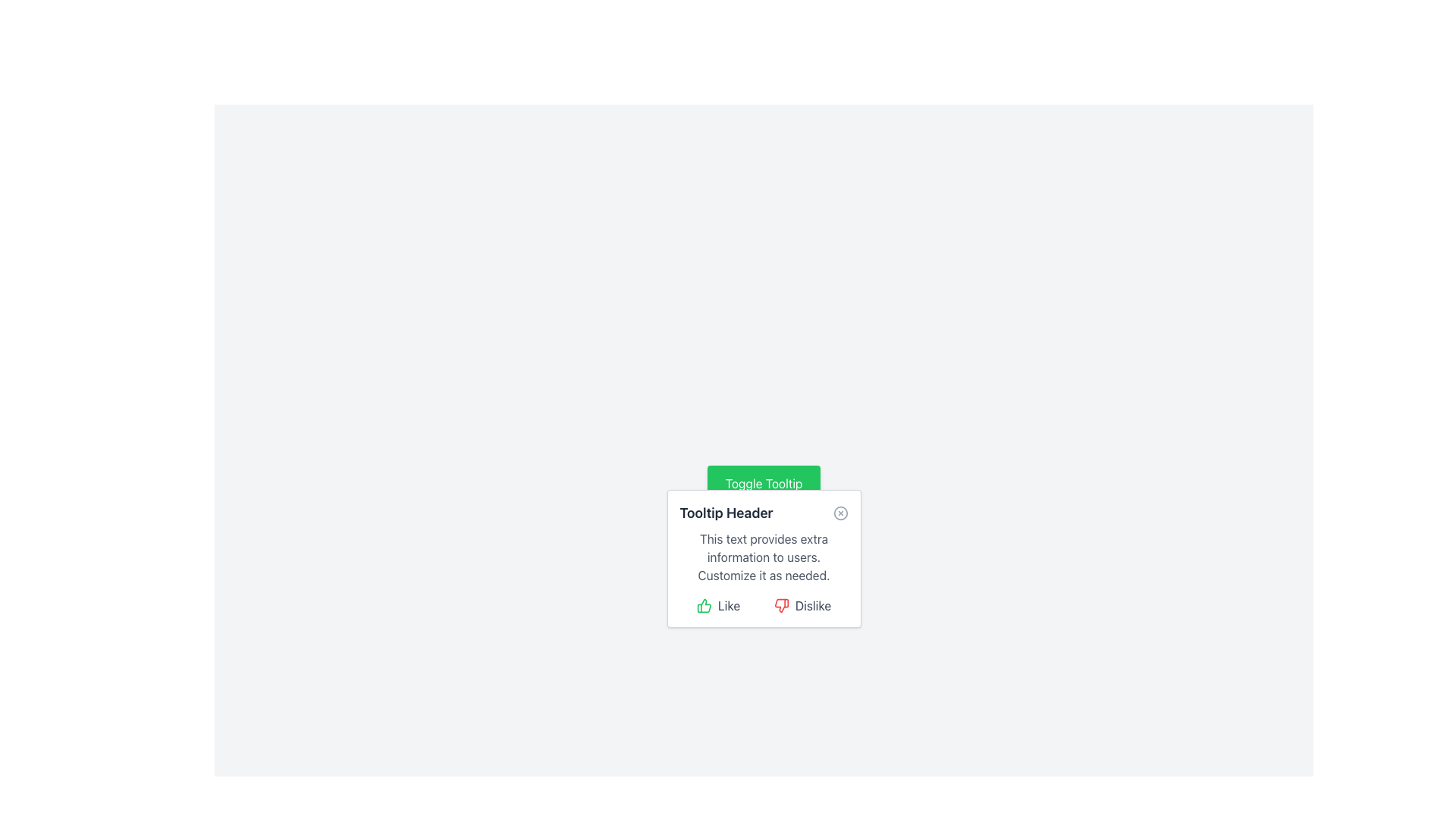  I want to click on the thumbs-up icon with a green outline, located to the left of the word 'Like' in the tooltip area beneath the 'Toggle Tooltip' section, so click(703, 604).